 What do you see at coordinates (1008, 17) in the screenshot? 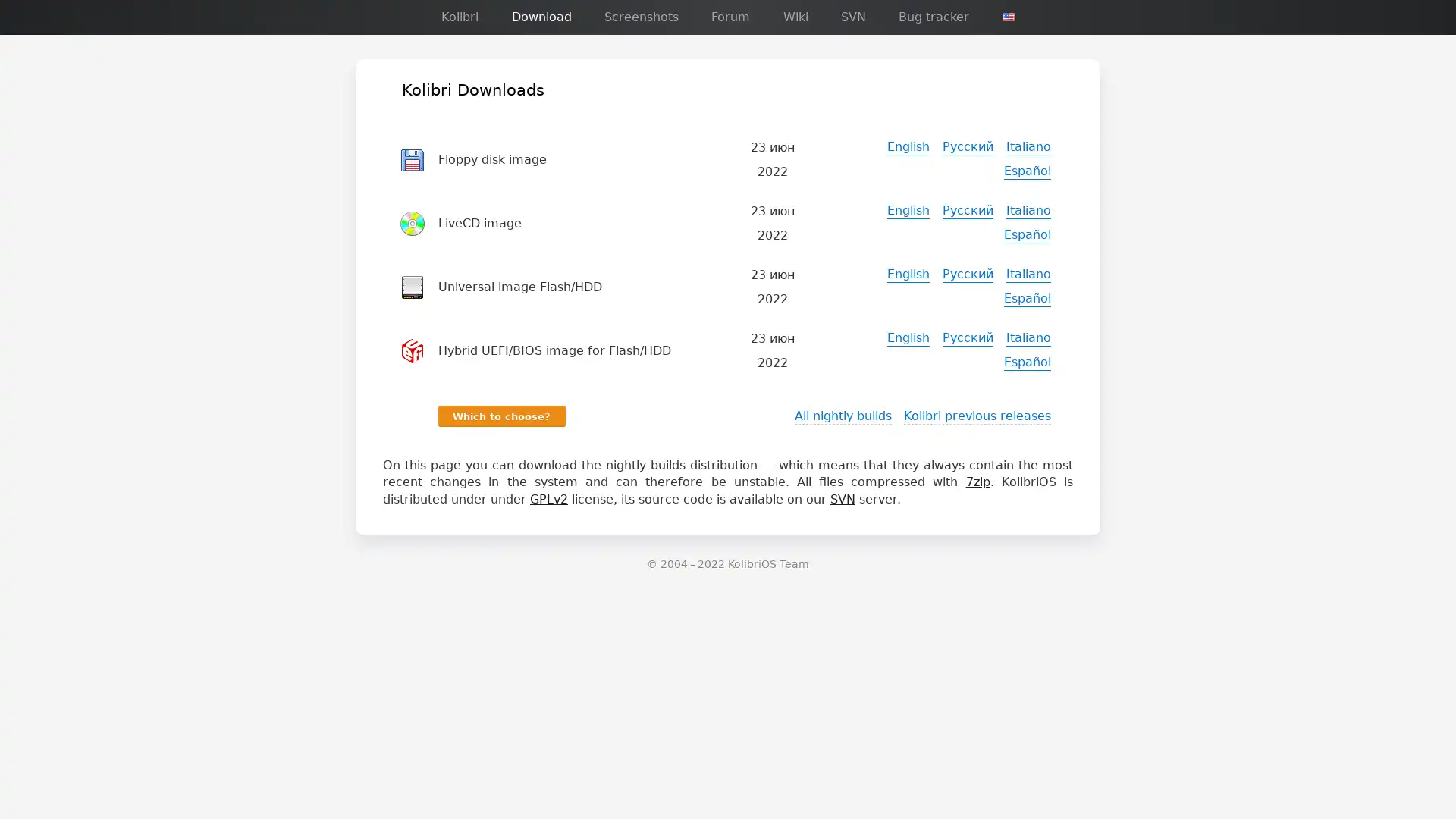
I see `en` at bounding box center [1008, 17].